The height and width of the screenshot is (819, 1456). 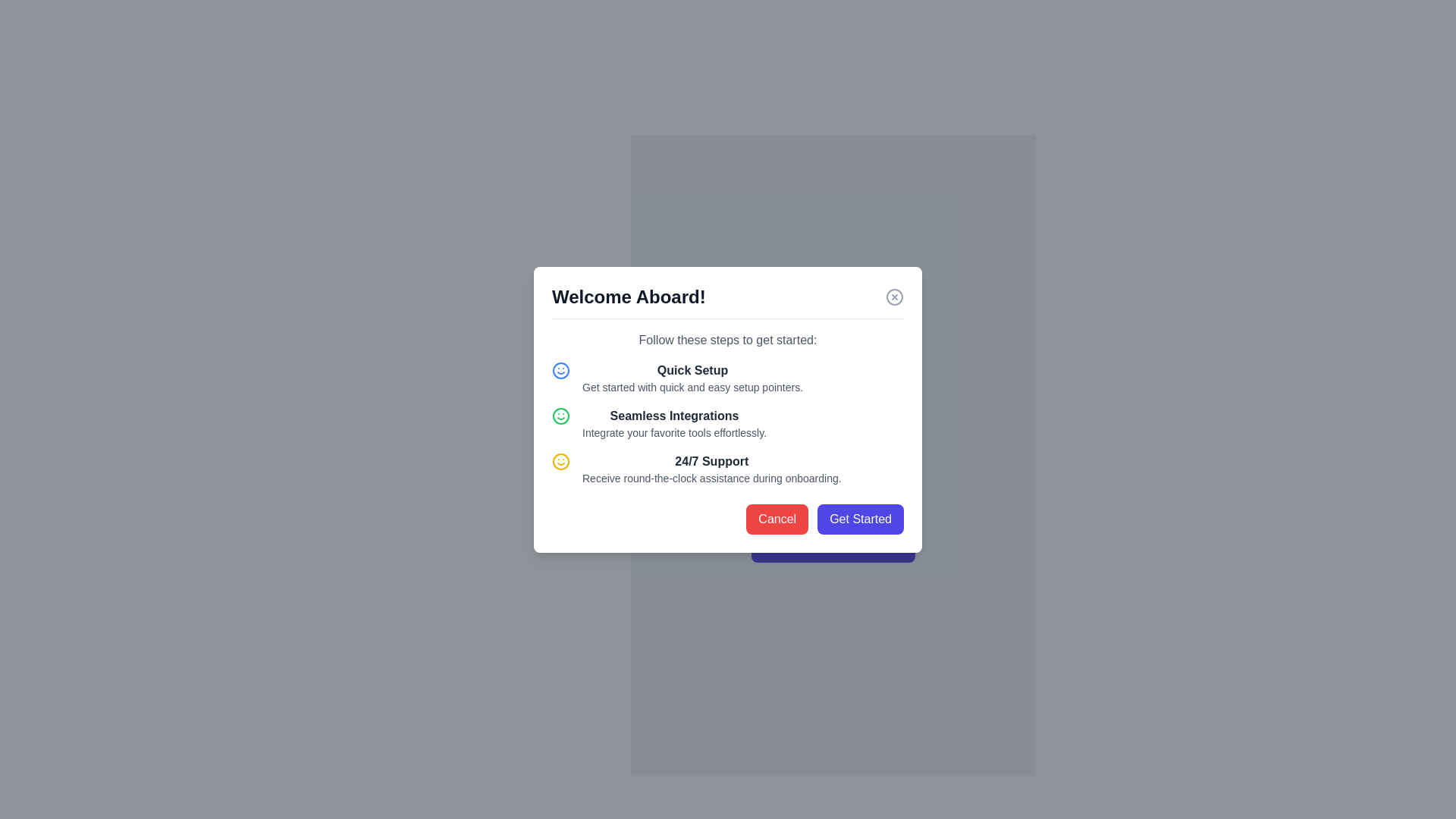 What do you see at coordinates (673, 432) in the screenshot?
I see `the Text Label that provides descriptive information about the 'Seamless Integrations' feature, located within a popup interface and positioned directly below the section title` at bounding box center [673, 432].